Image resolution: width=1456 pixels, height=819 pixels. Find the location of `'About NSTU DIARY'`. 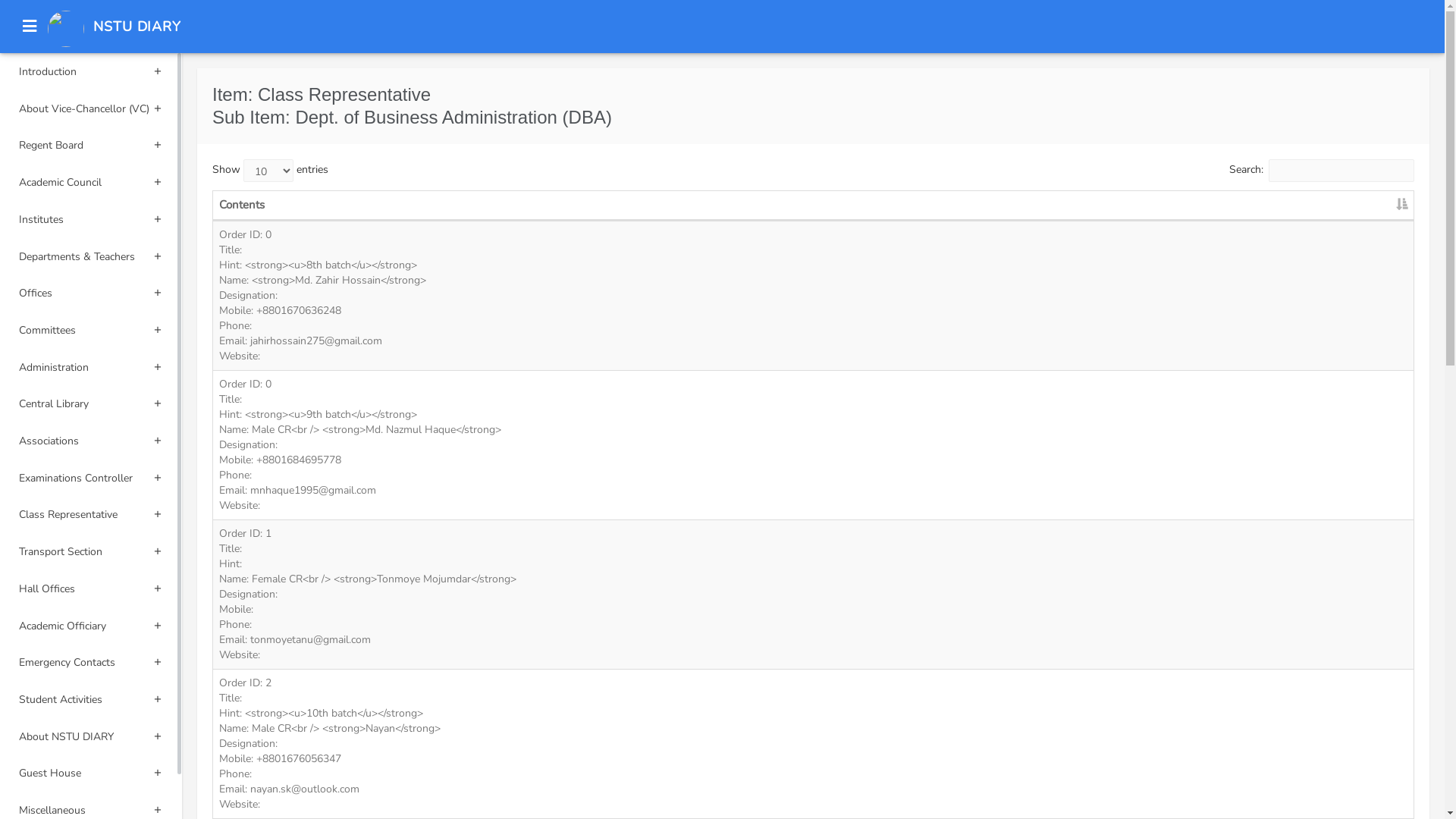

'About NSTU DIARY' is located at coordinates (90, 736).